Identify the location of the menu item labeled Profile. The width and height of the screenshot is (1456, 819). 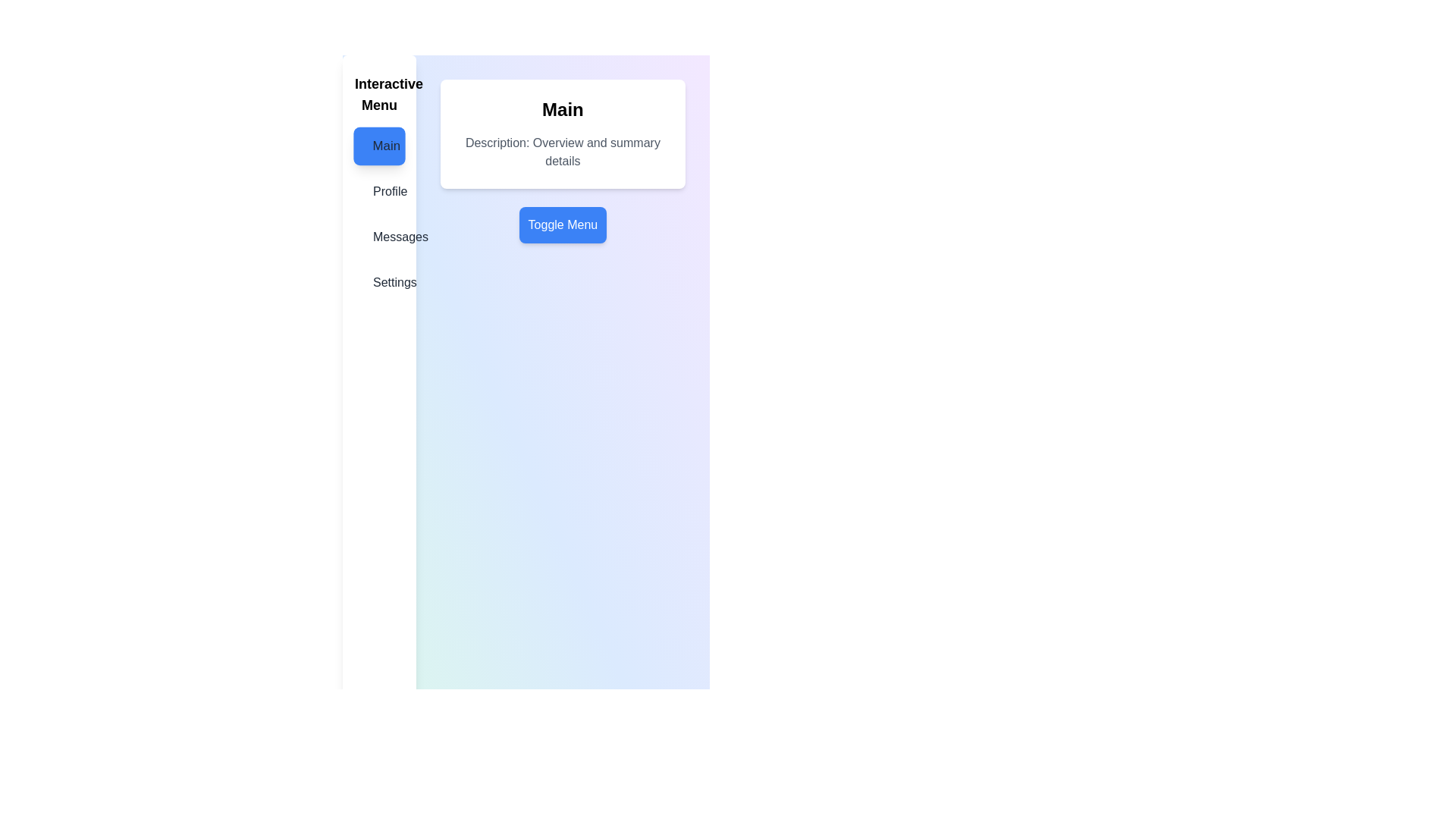
(378, 191).